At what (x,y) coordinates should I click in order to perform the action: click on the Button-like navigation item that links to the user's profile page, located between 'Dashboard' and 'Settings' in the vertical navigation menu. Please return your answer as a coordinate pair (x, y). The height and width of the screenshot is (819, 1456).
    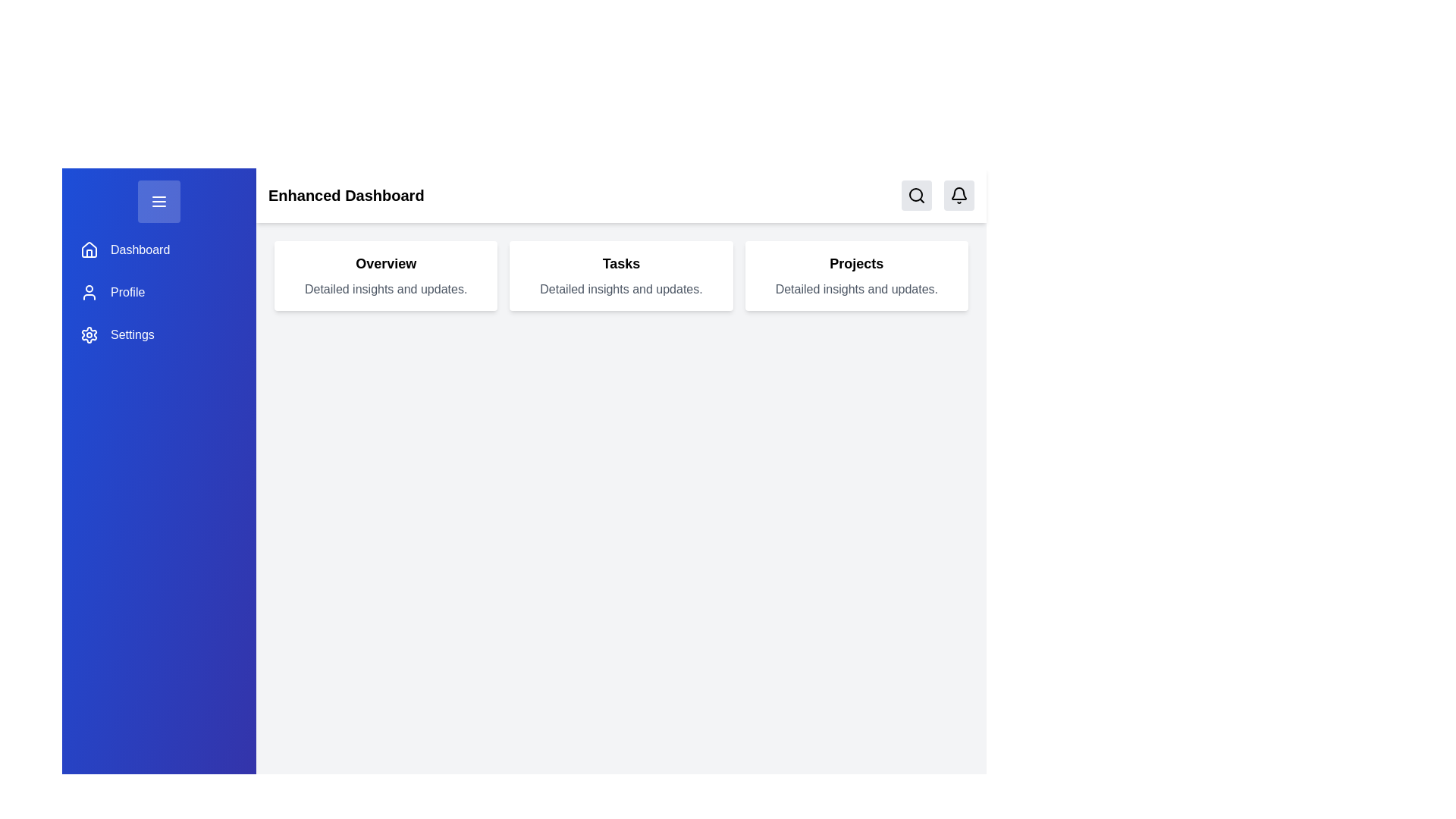
    Looking at the image, I should click on (159, 292).